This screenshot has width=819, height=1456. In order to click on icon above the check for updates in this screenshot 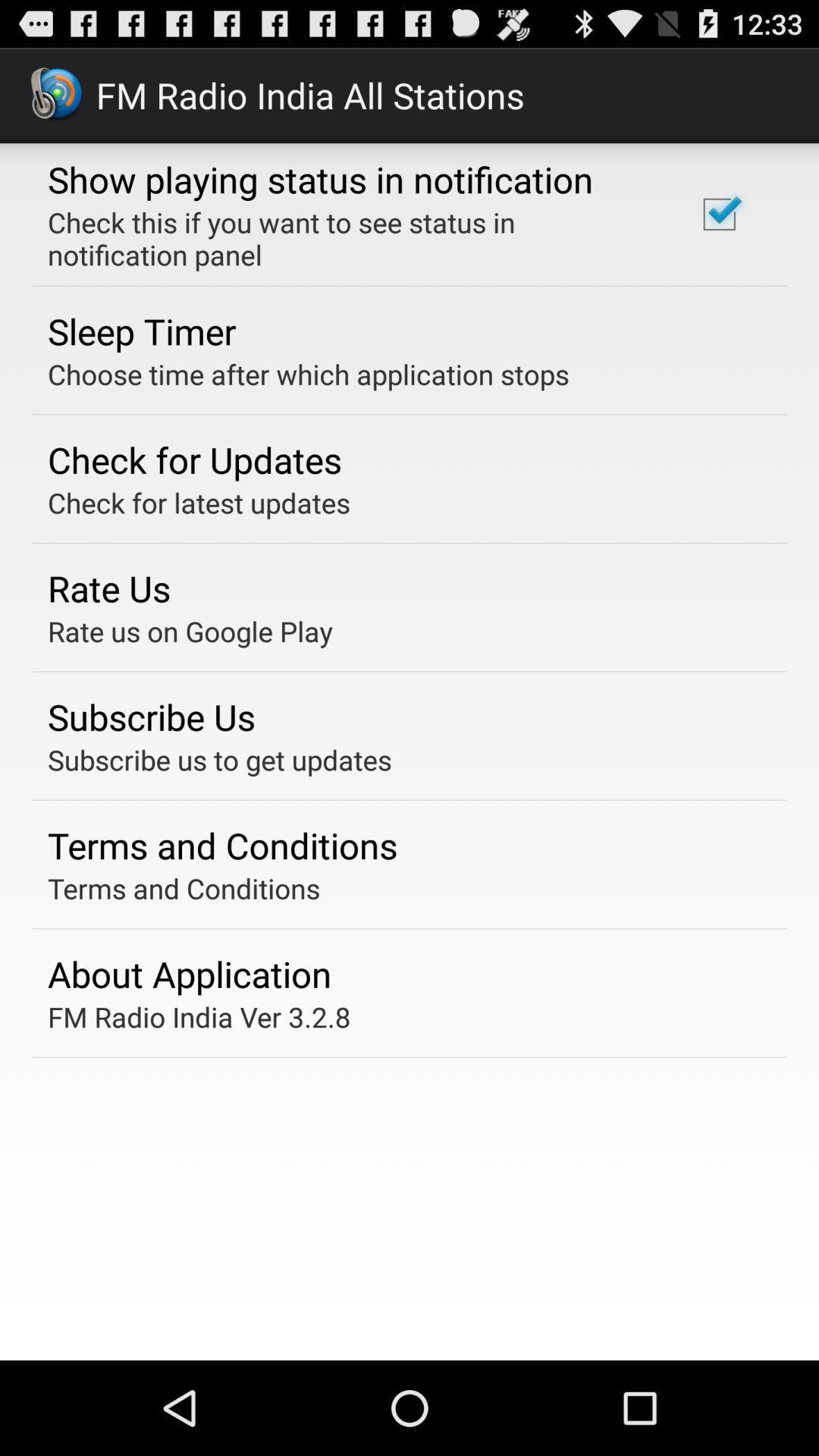, I will do `click(307, 374)`.